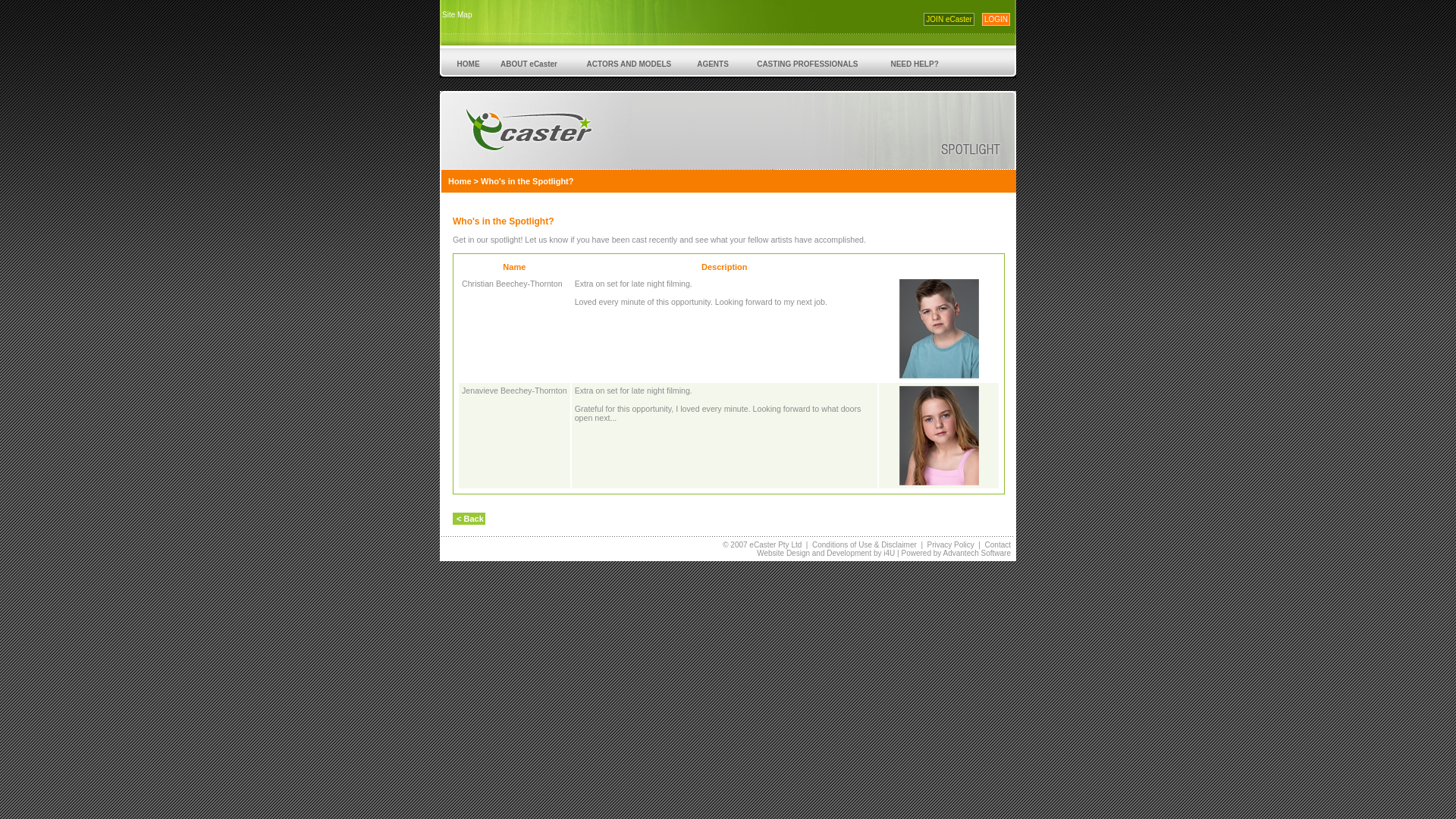  What do you see at coordinates (913, 62) in the screenshot?
I see `' NEED HELP? '` at bounding box center [913, 62].